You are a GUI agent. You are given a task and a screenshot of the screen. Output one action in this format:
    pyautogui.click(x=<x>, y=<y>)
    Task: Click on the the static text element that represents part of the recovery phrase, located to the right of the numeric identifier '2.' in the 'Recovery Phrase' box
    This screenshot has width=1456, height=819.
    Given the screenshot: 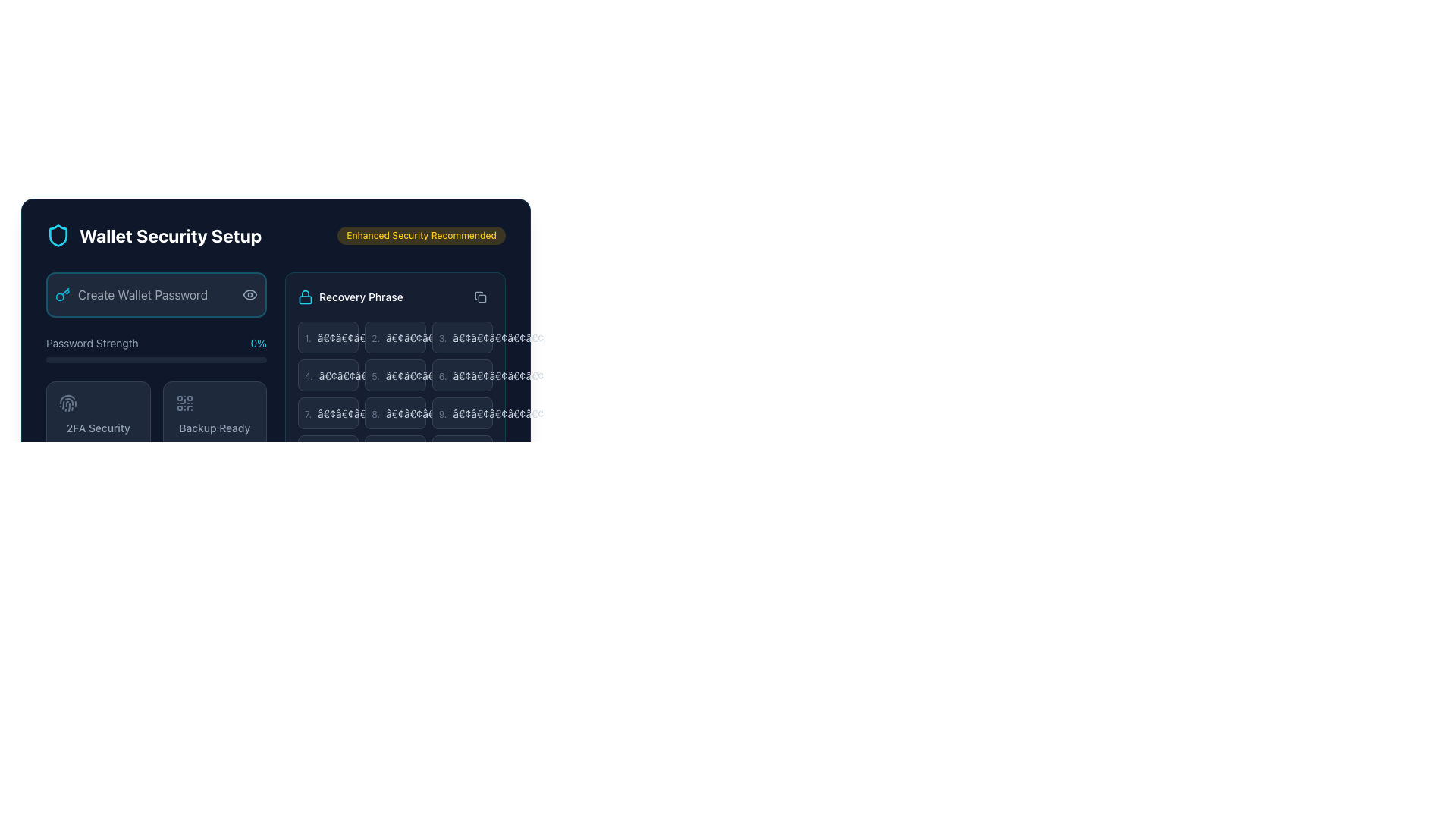 What is the action you would take?
    pyautogui.click(x=431, y=337)
    